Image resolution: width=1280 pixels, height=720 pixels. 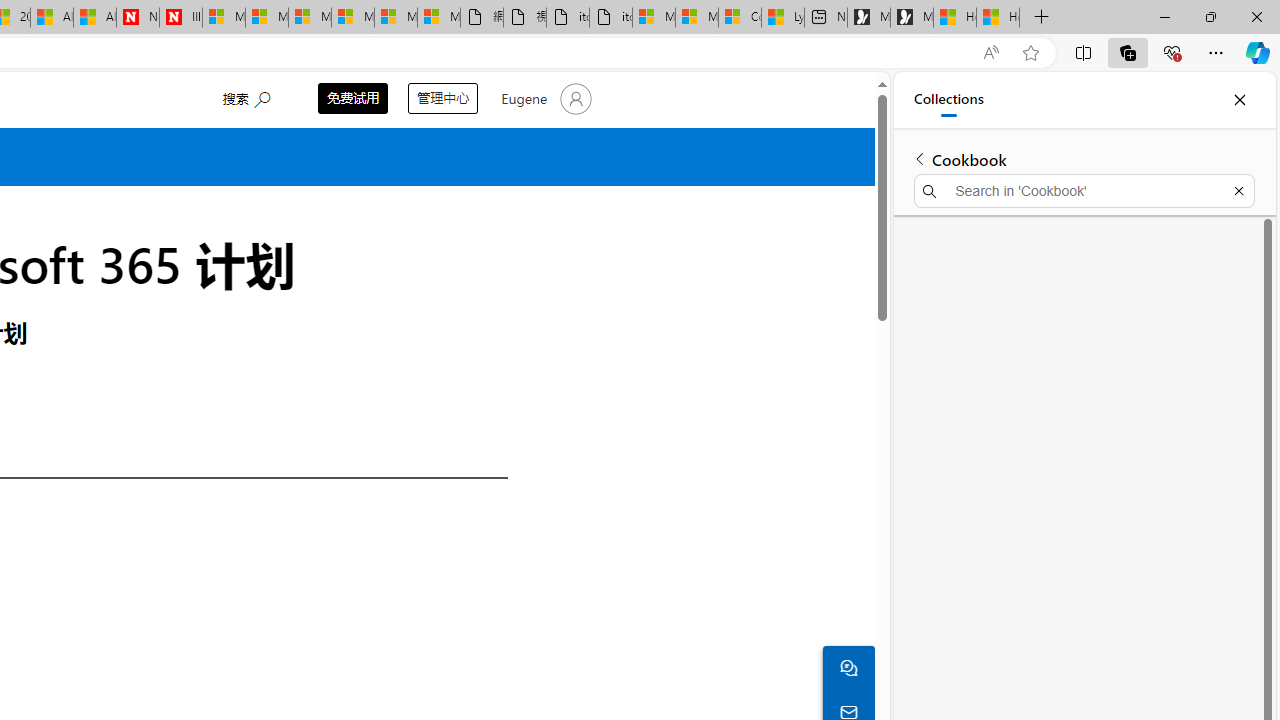 I want to click on 'Back to list of collections', so click(x=919, y=158).